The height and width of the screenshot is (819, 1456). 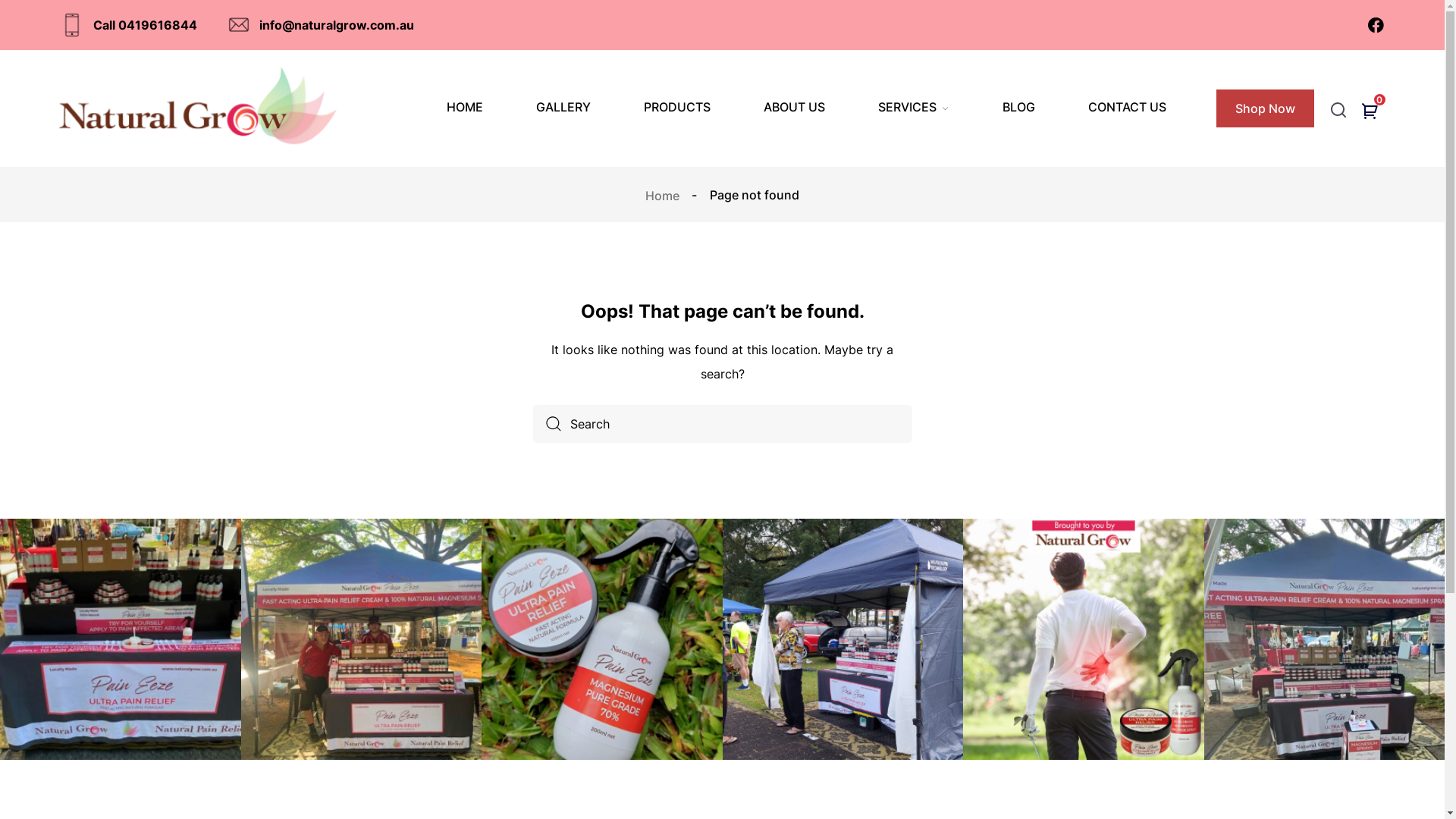 I want to click on 'GALLERY', so click(x=535, y=106).